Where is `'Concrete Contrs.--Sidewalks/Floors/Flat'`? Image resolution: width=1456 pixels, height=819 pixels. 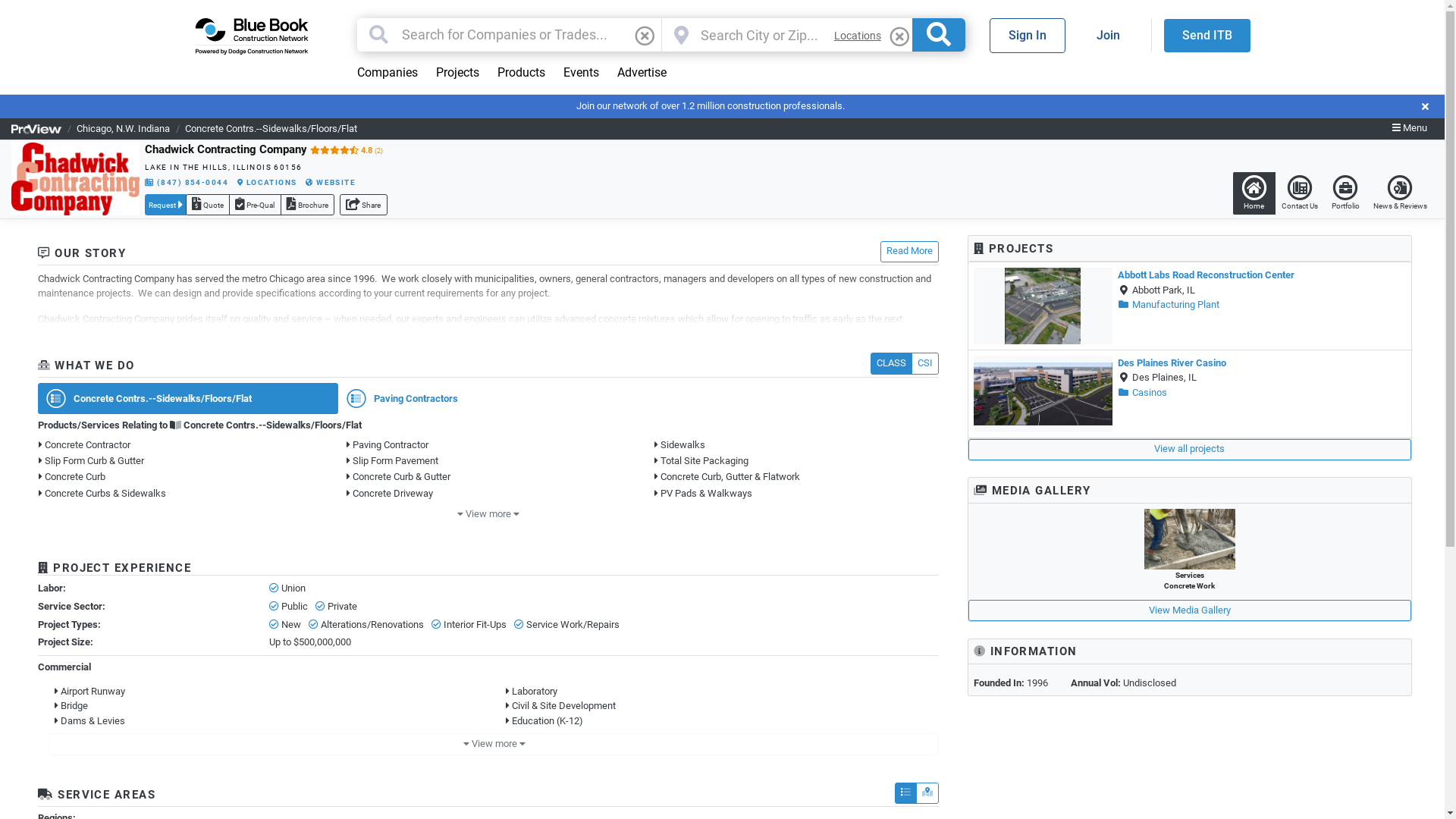 'Concrete Contrs.--Sidewalks/Floors/Flat' is located at coordinates (271, 127).